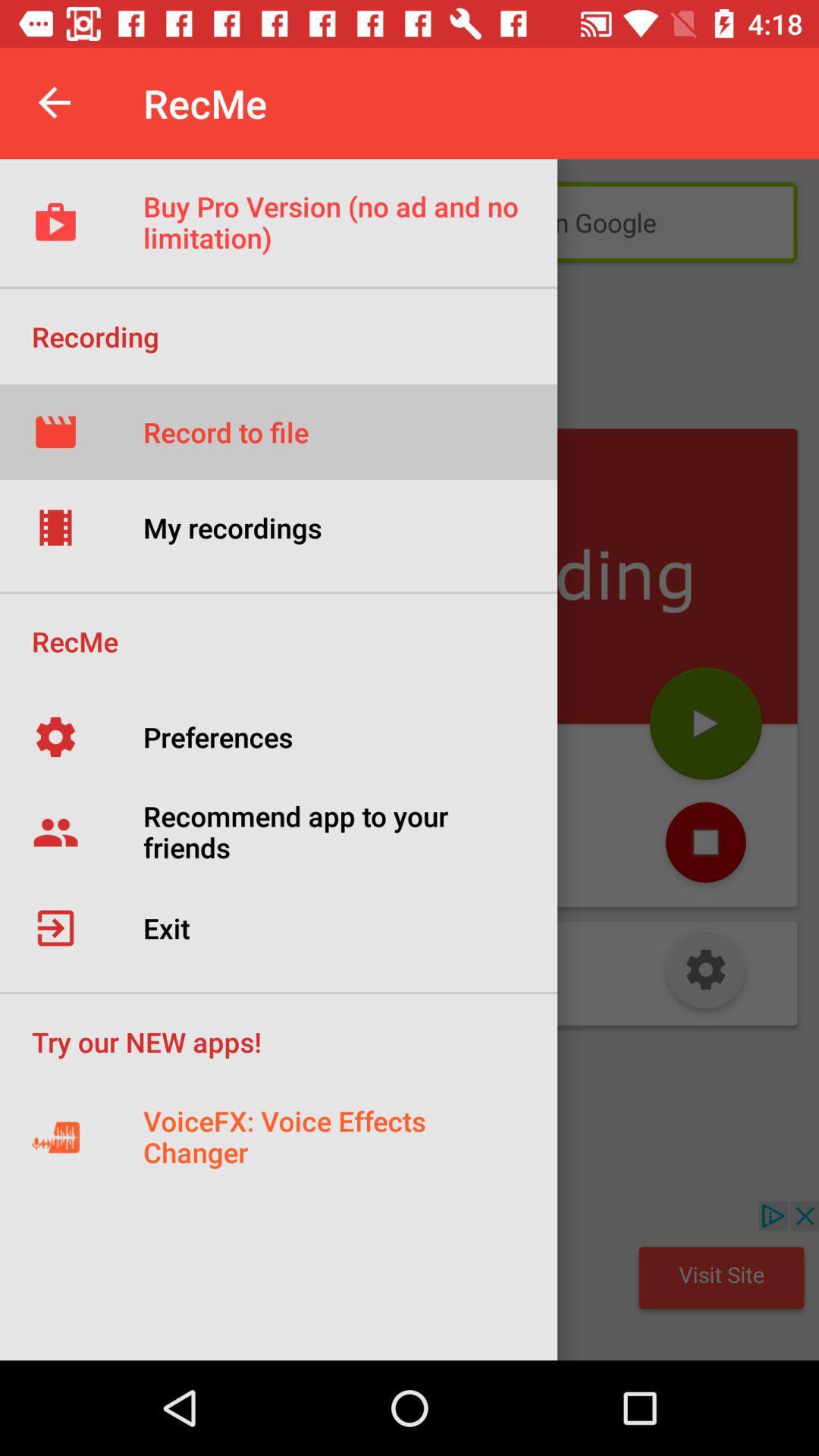 Image resolution: width=819 pixels, height=1456 pixels. I want to click on settings, so click(705, 973).